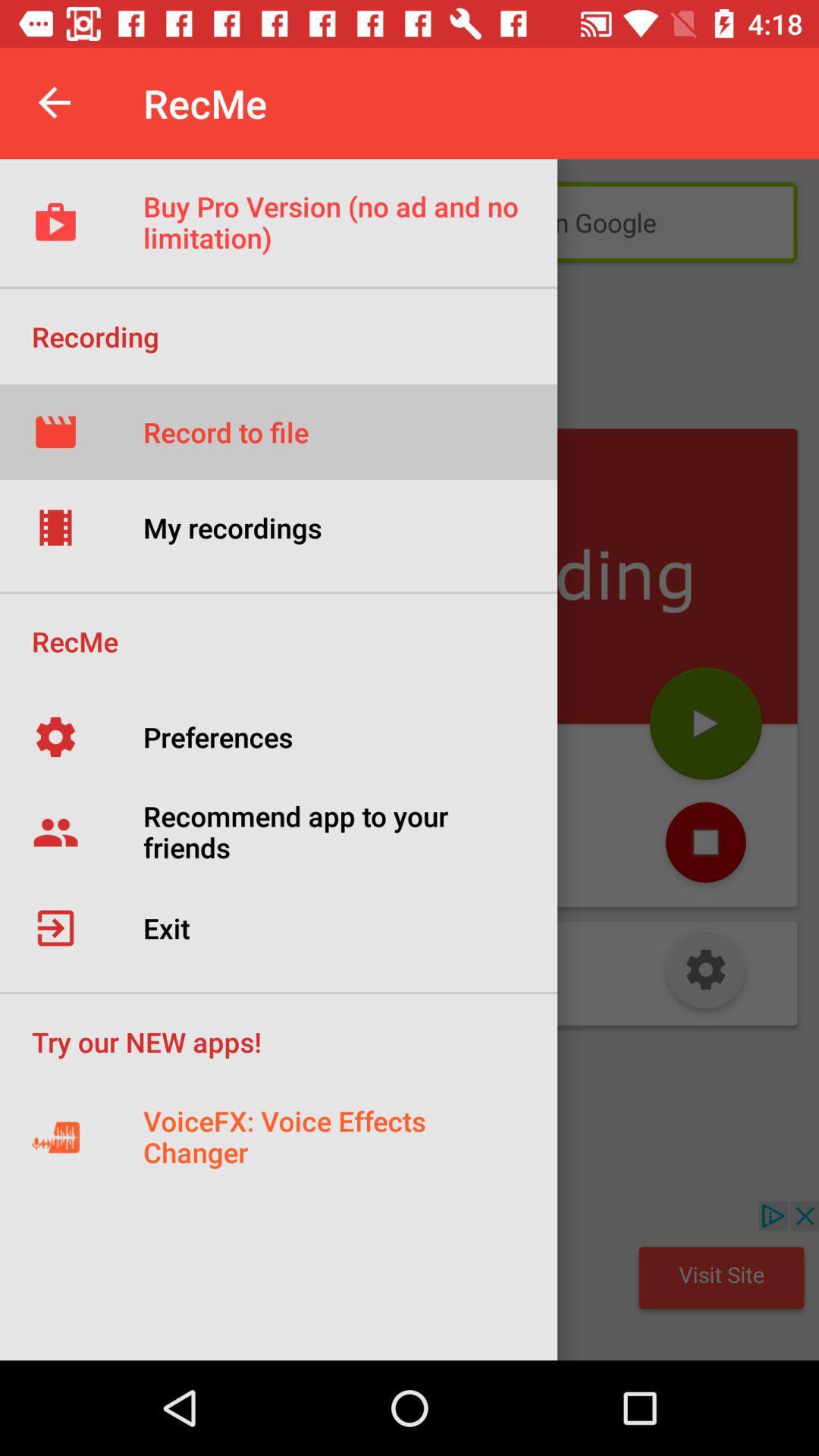 Image resolution: width=819 pixels, height=1456 pixels. I want to click on settings, so click(705, 973).